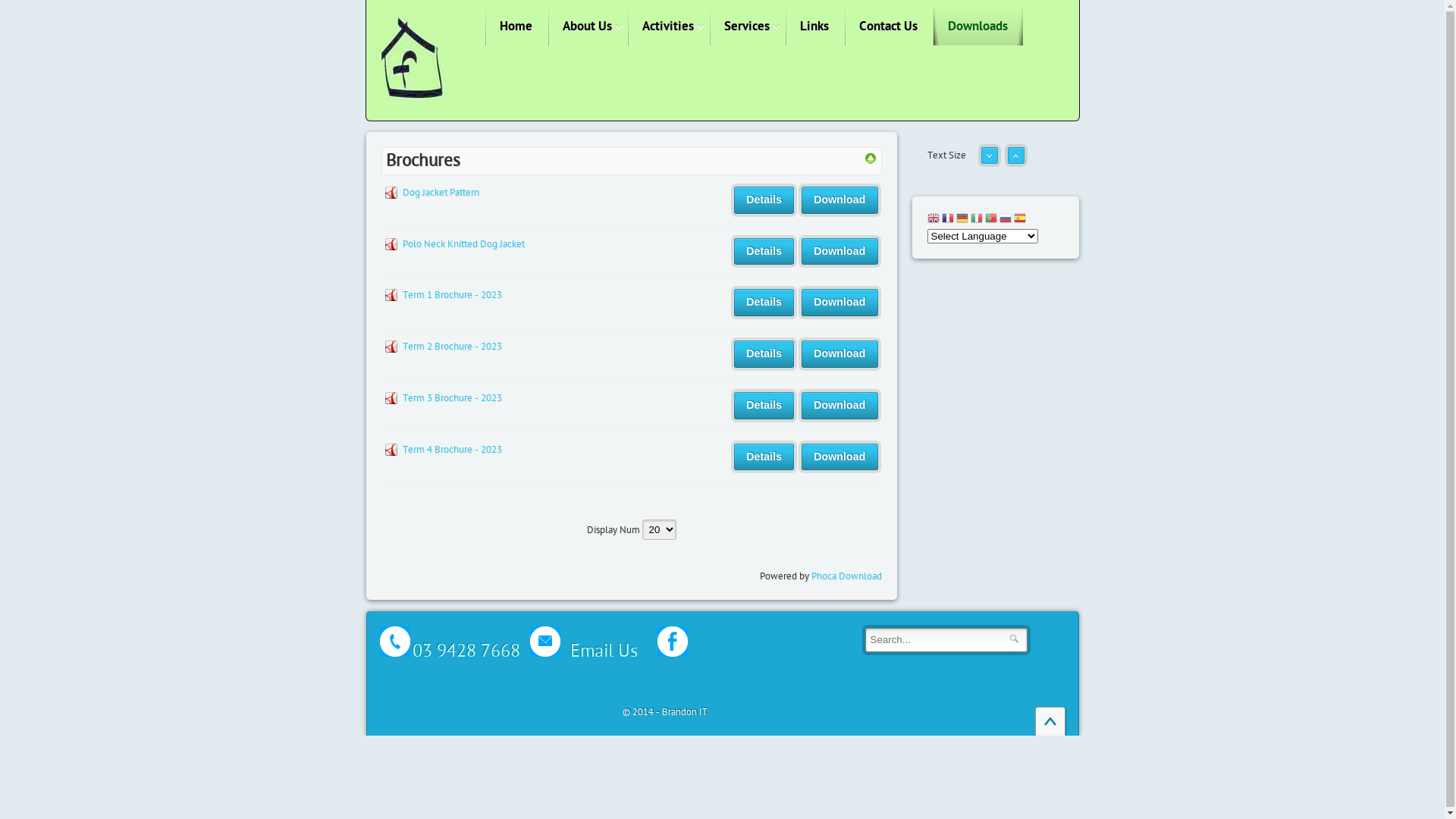 The height and width of the screenshot is (819, 1456). Describe the element at coordinates (708, 26) in the screenshot. I see `'Services'` at that location.